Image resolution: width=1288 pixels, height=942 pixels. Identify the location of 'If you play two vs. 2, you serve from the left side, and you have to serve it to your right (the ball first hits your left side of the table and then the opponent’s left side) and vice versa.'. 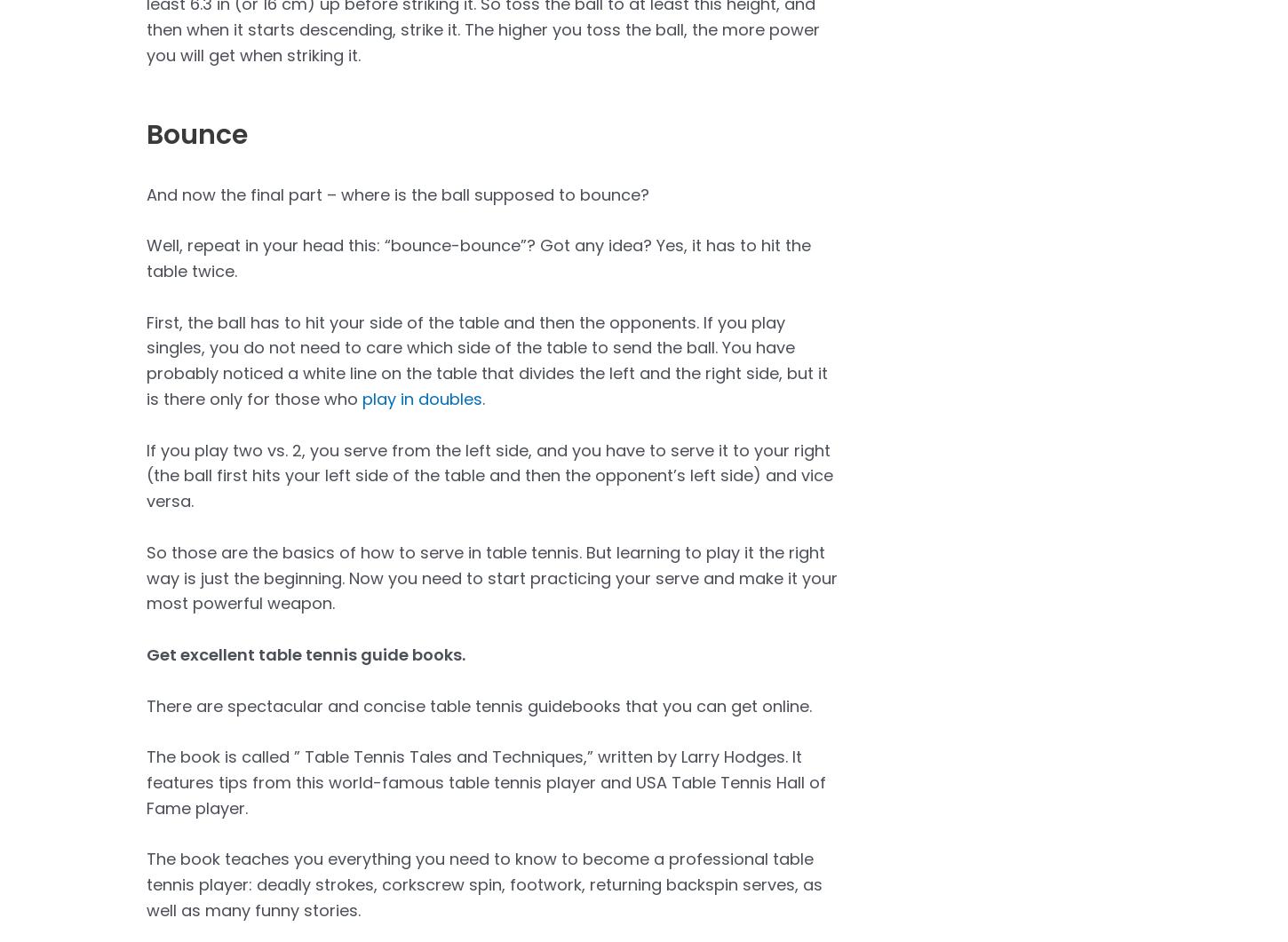
(146, 474).